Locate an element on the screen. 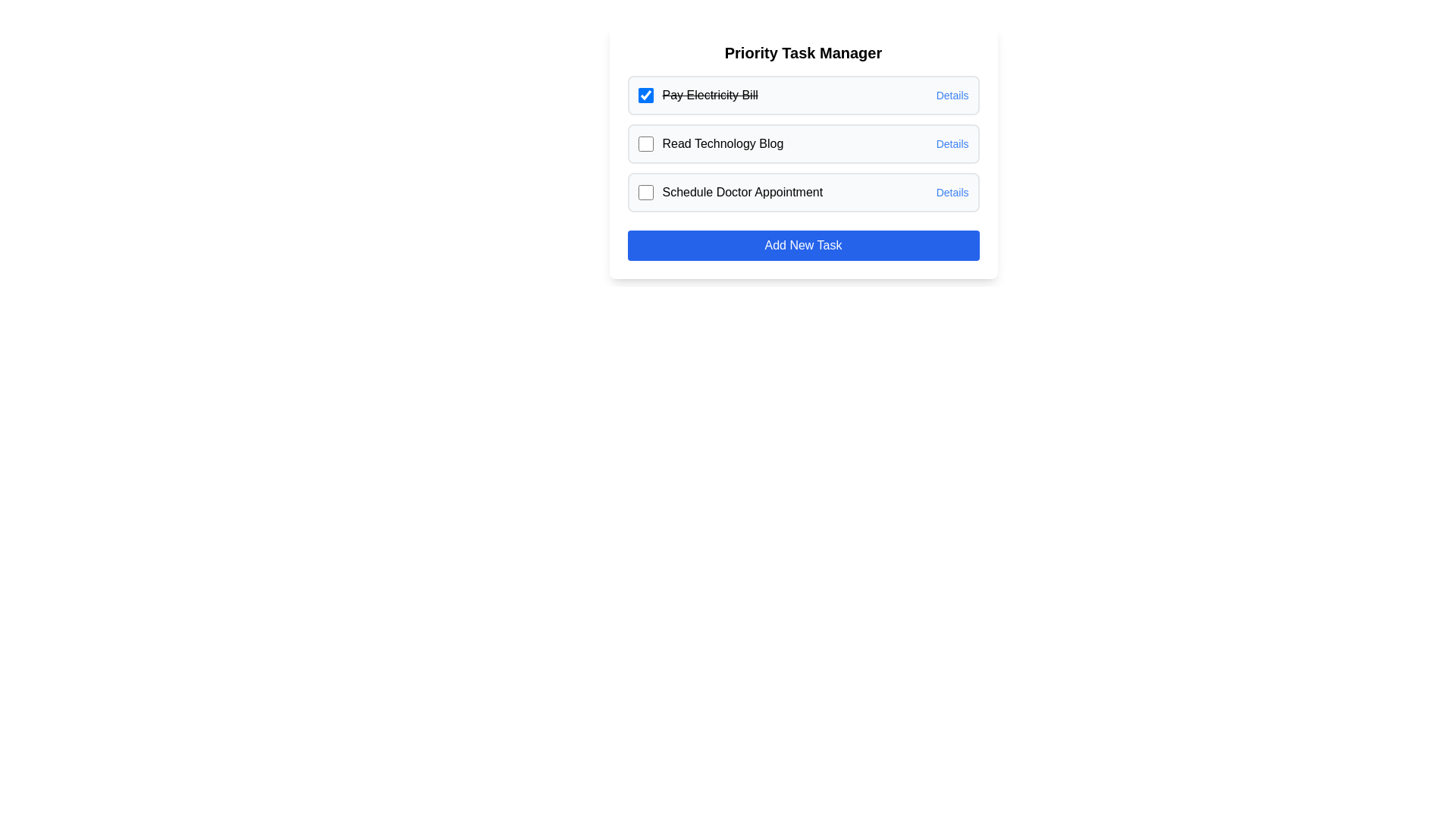  the 'Add New Task' button to initiate the task addition process is located at coordinates (802, 245).